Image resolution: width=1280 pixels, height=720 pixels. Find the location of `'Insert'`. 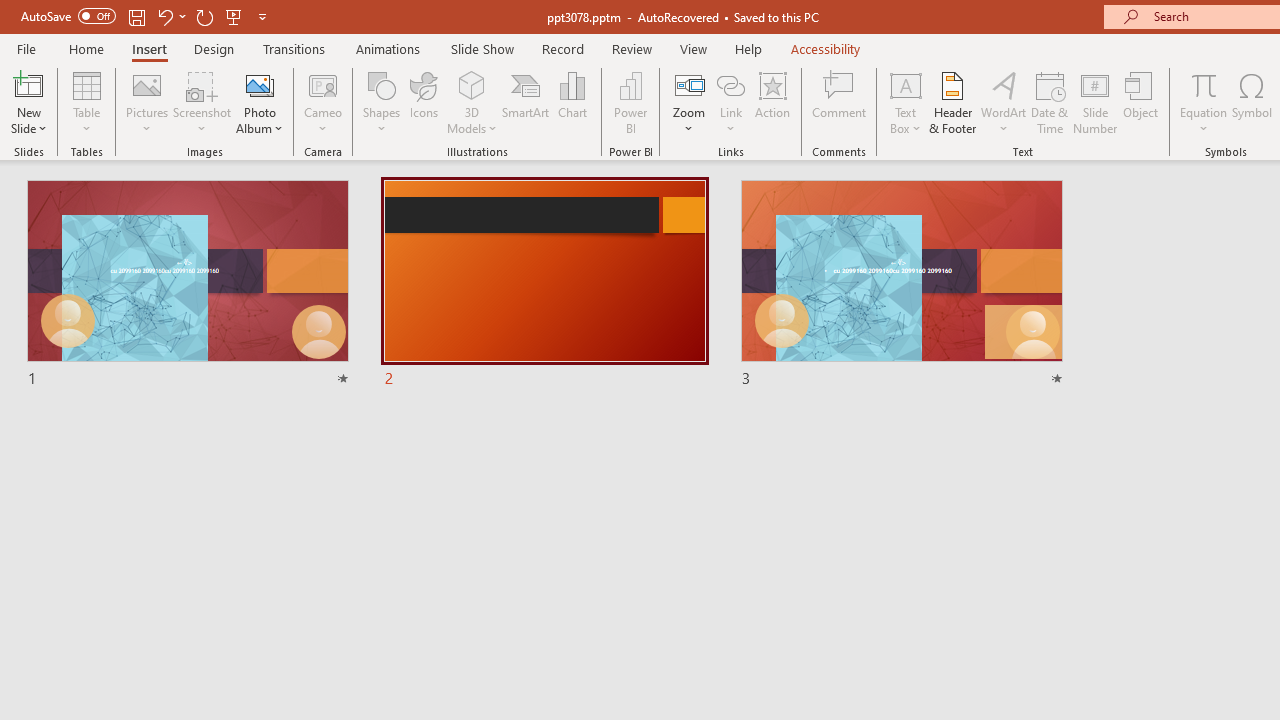

'Insert' is located at coordinates (148, 48).